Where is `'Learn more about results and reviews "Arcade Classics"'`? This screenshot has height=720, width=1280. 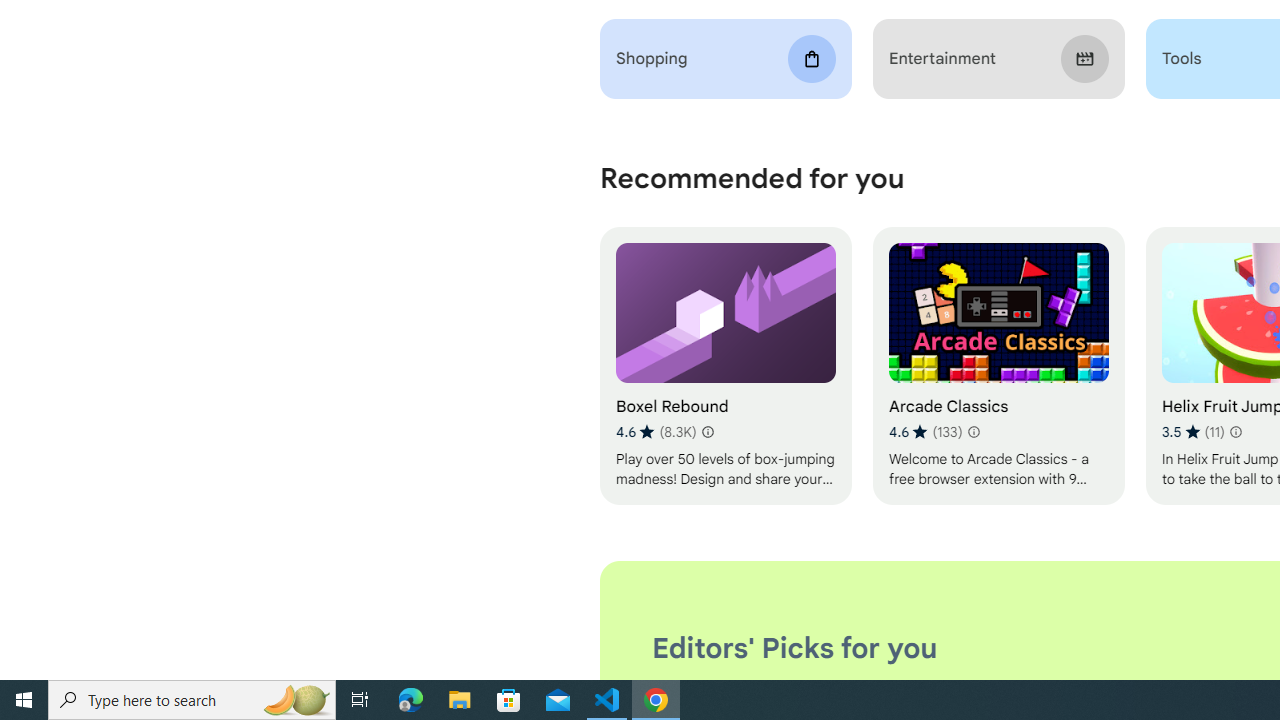 'Learn more about results and reviews "Arcade Classics"' is located at coordinates (972, 431).